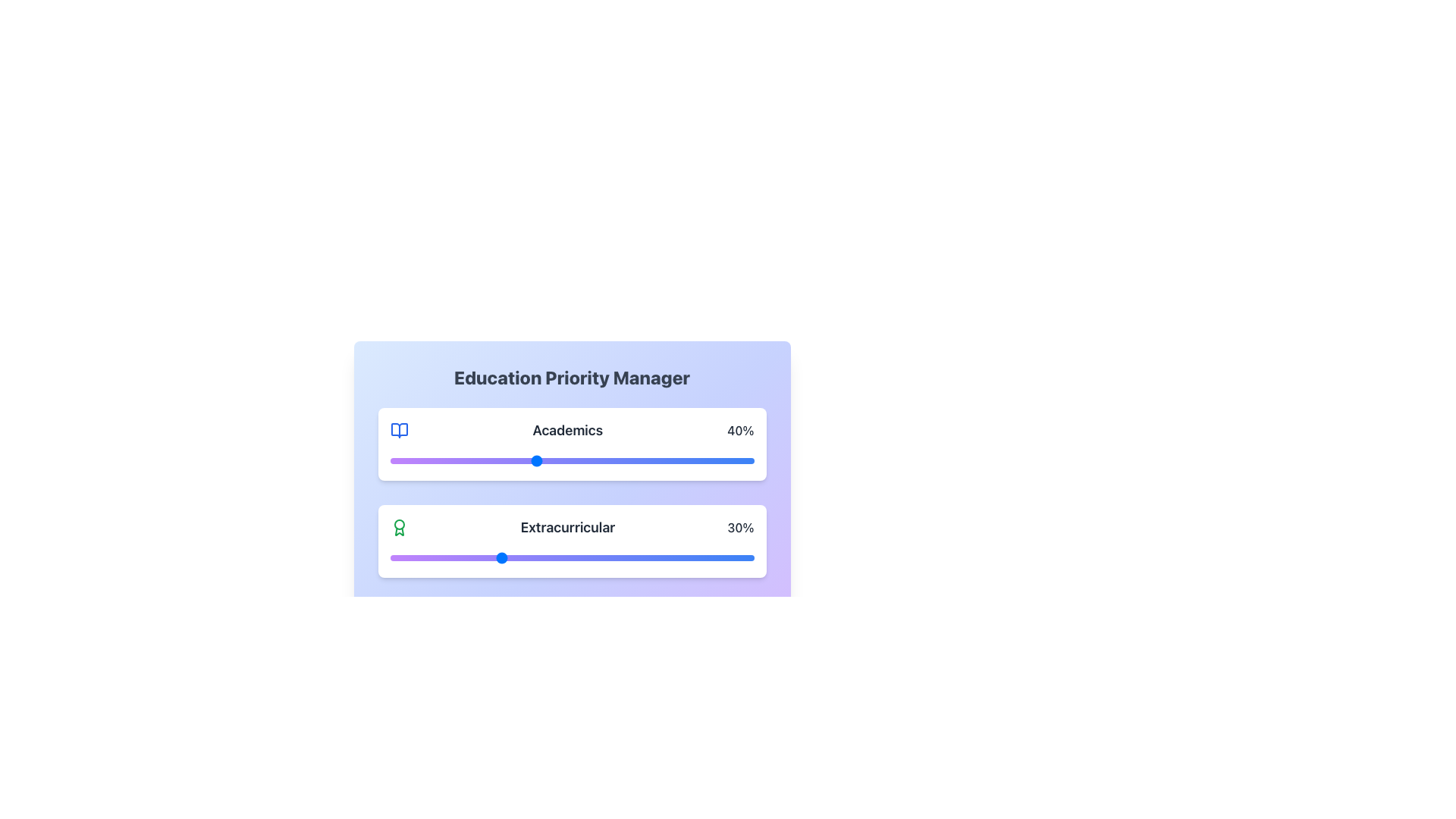 The width and height of the screenshot is (1456, 819). Describe the element at coordinates (484, 558) in the screenshot. I see `'Extracurricular' value` at that location.